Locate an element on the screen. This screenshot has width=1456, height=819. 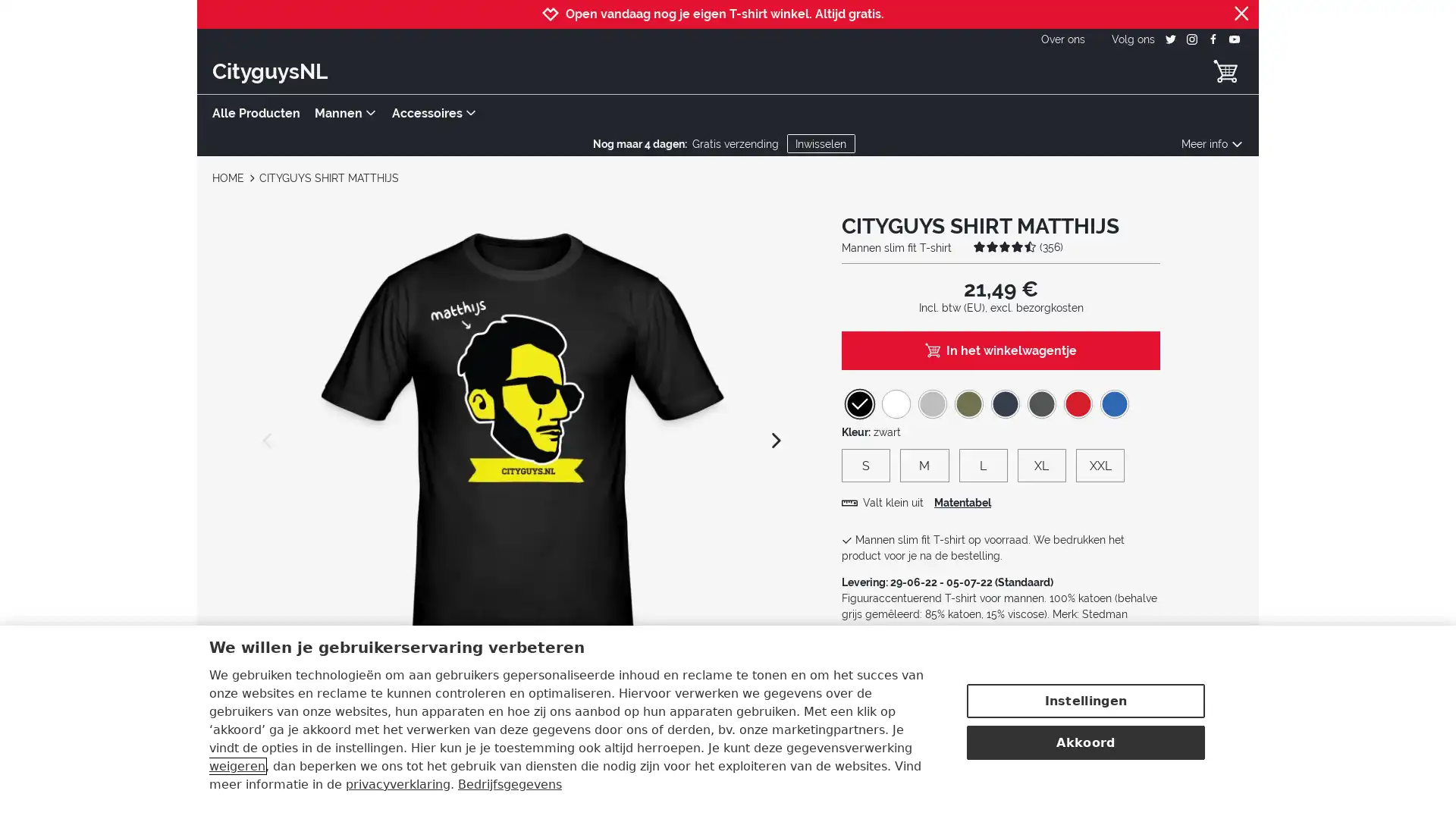
Instellingen is located at coordinates (1084, 689).